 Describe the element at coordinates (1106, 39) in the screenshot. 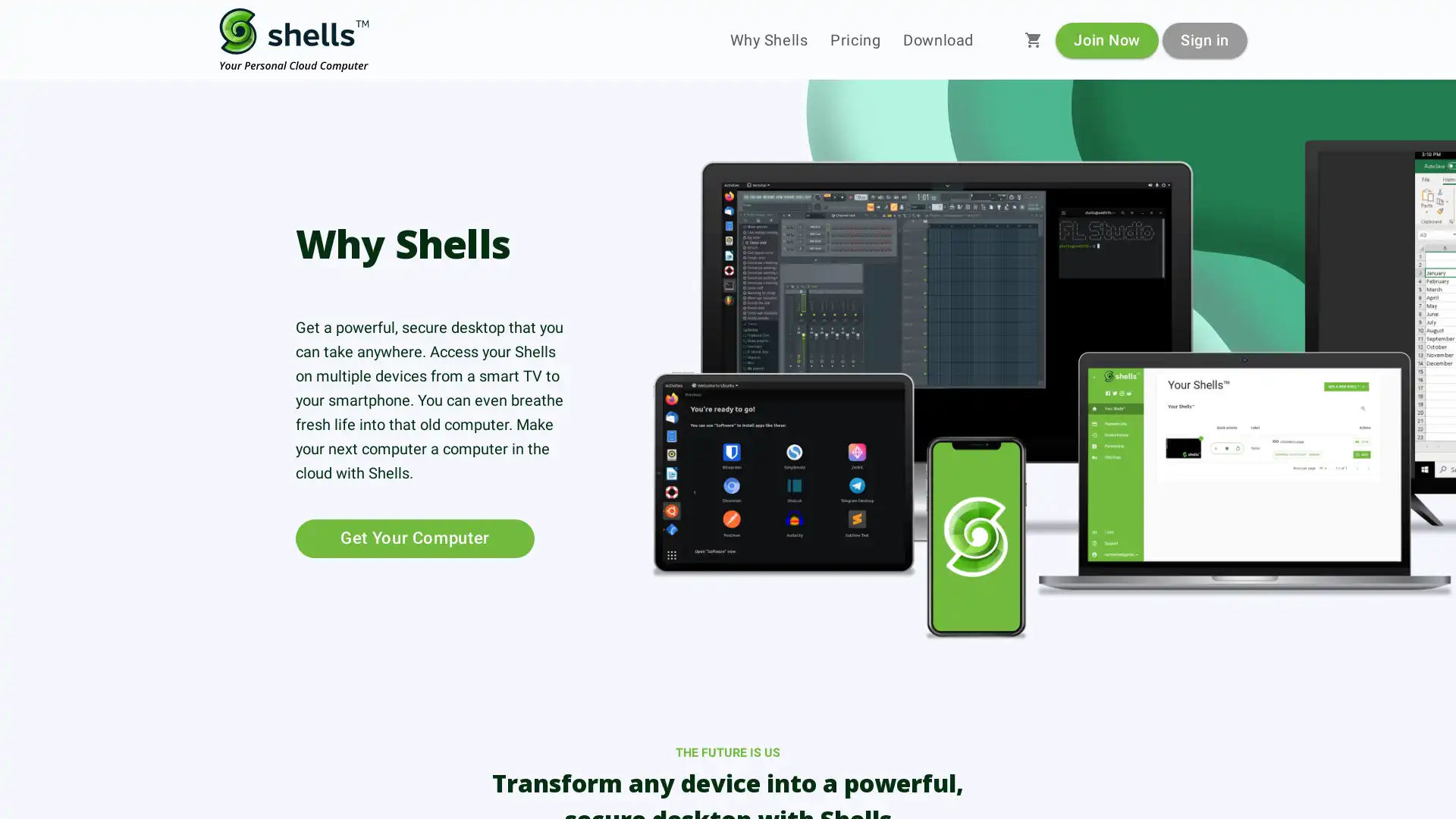

I see `Join Now` at that location.